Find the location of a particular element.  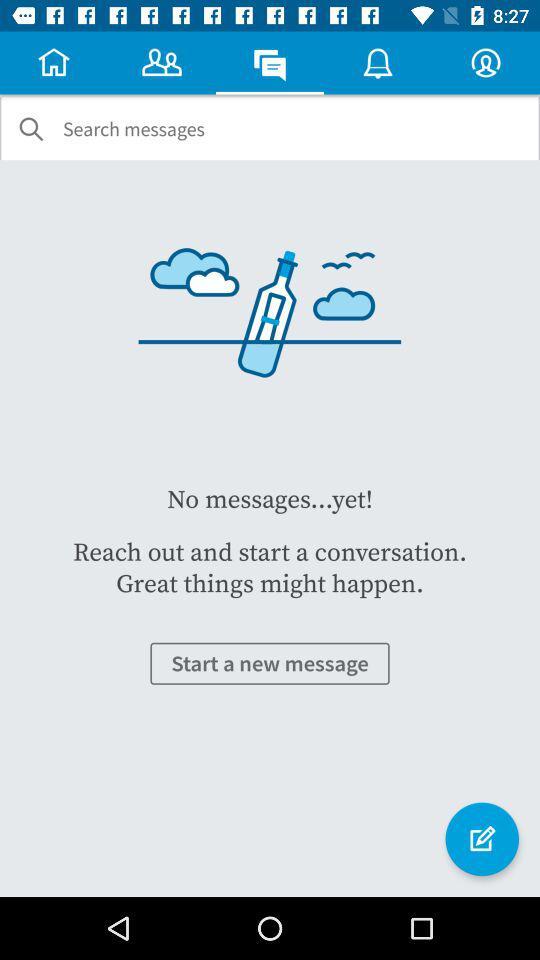

the note icon is located at coordinates (481, 839).